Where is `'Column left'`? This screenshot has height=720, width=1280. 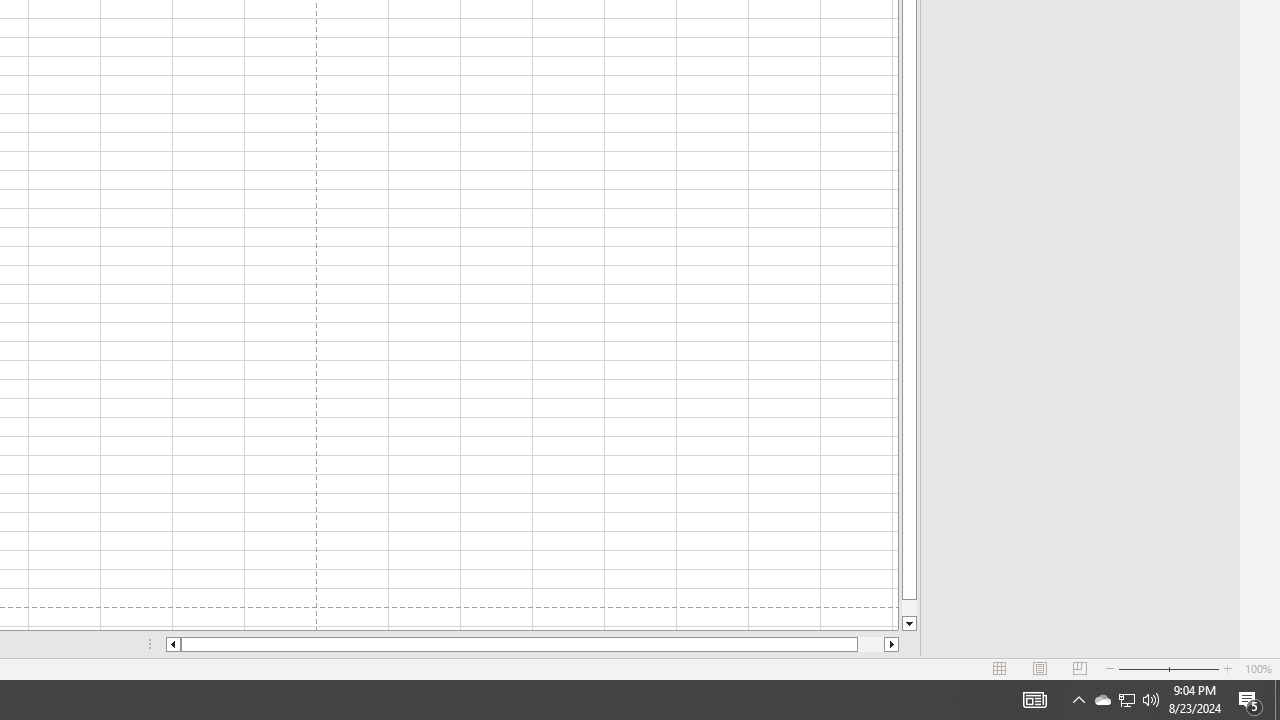
'Column left' is located at coordinates (172, 644).